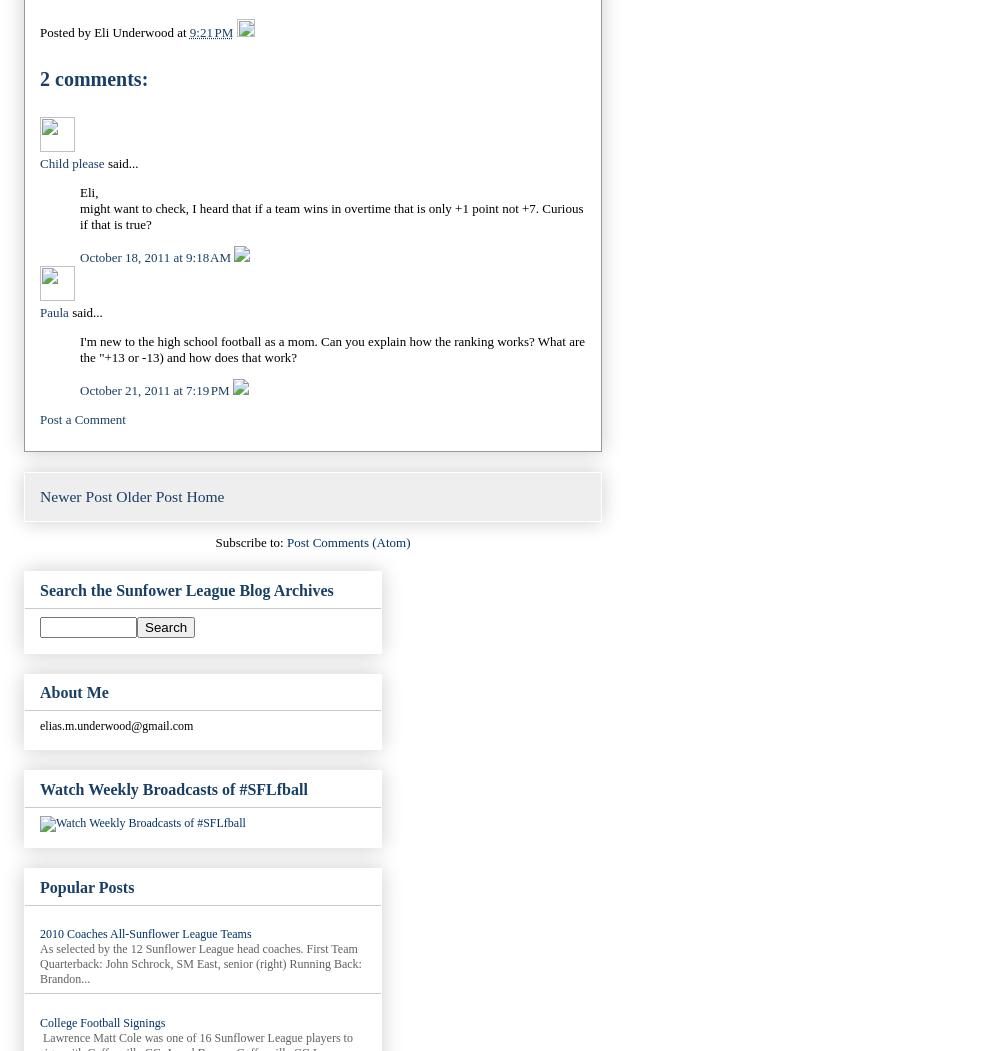  Describe the element at coordinates (173, 788) in the screenshot. I see `'Watch Weekly Broadcasts  of  #SFLfball'` at that location.